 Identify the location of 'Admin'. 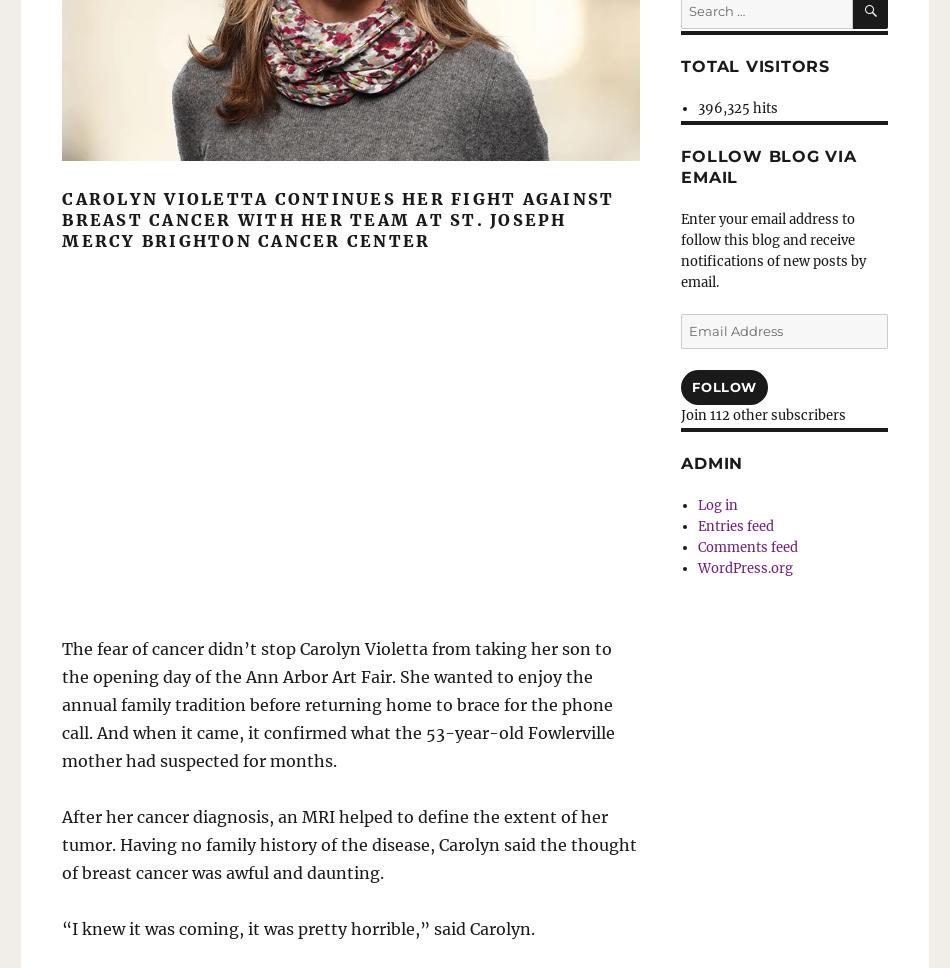
(712, 461).